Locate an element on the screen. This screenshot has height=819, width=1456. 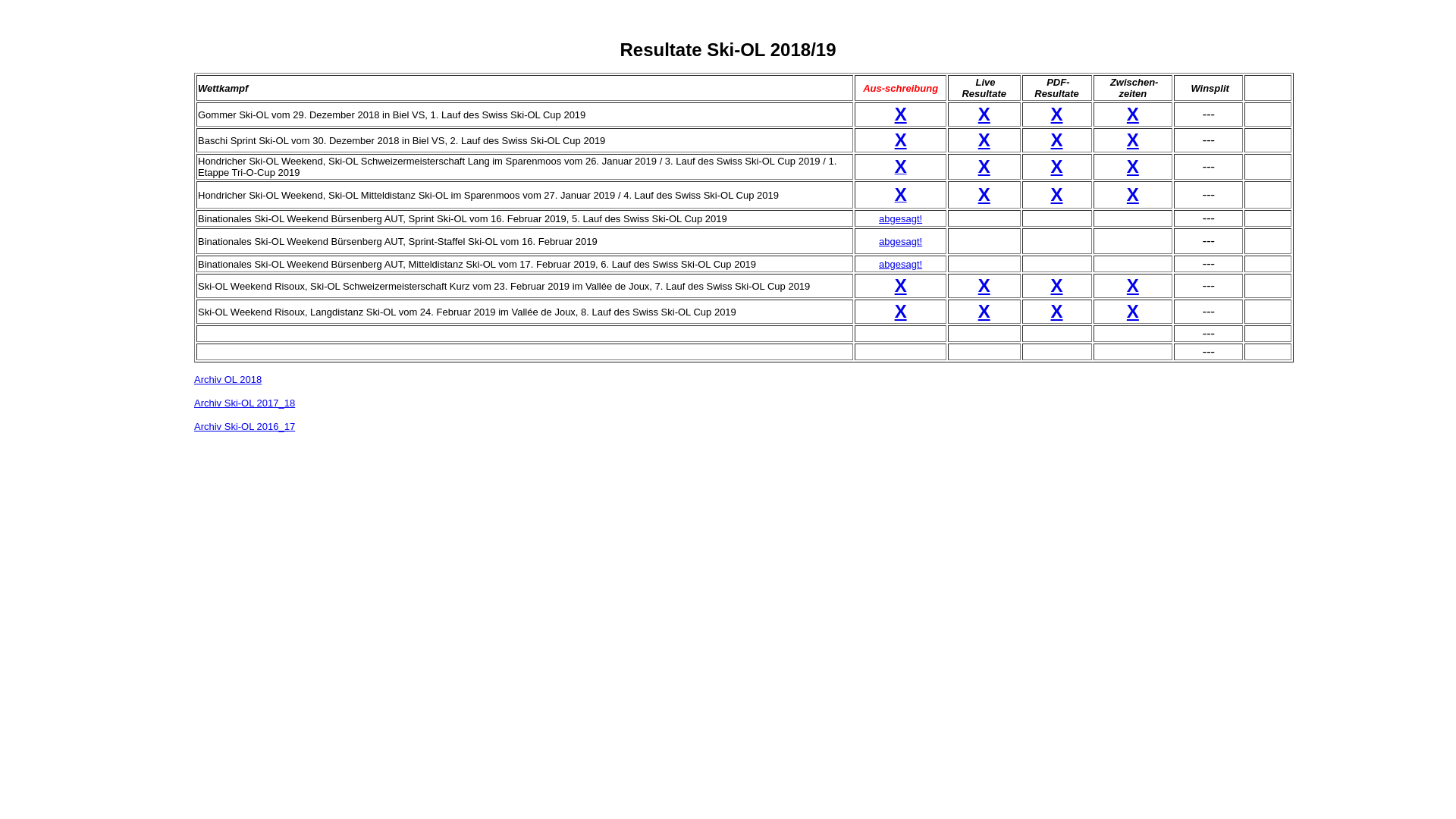
'abgesagt!' is located at coordinates (900, 240).